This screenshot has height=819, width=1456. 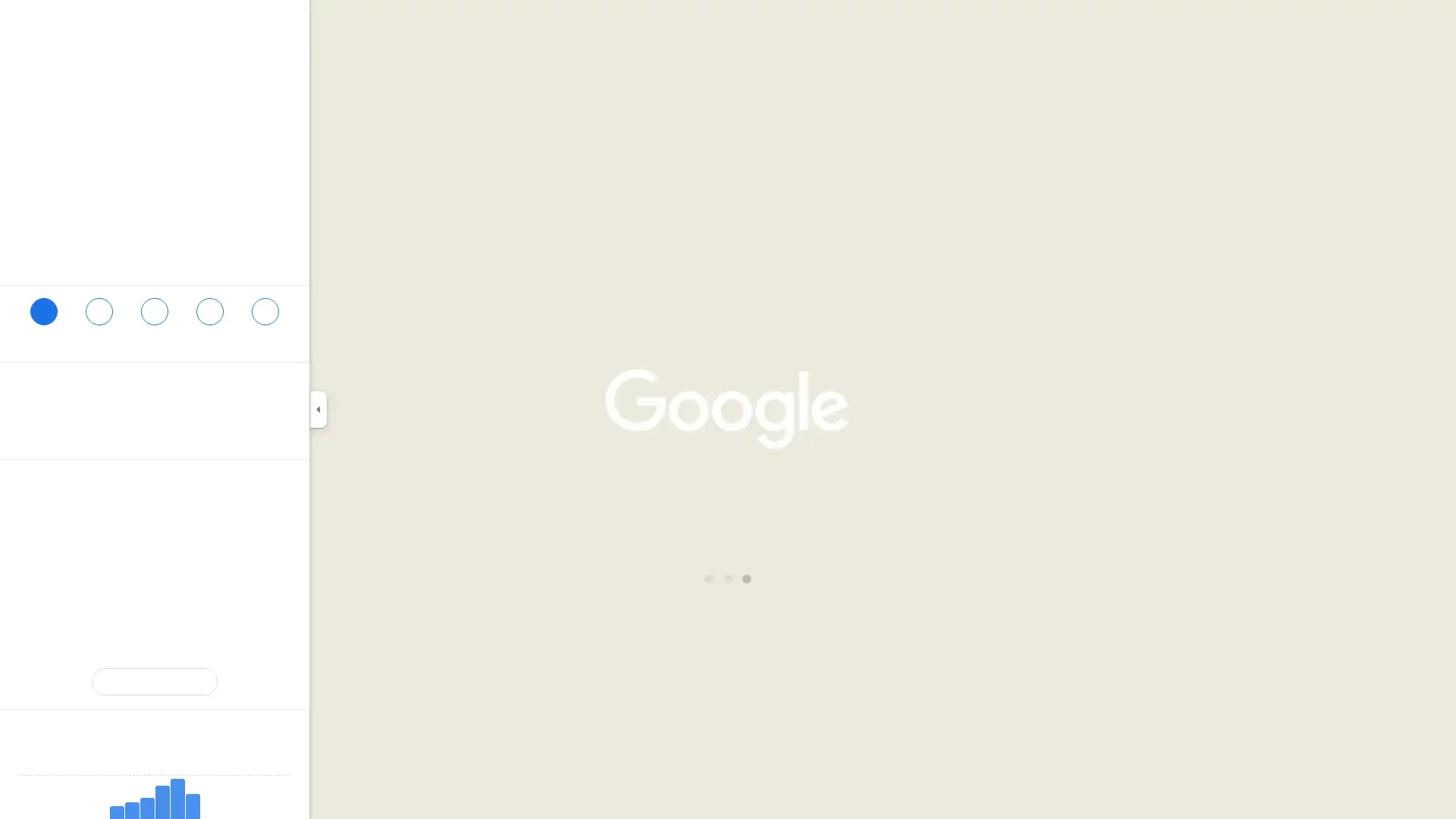 I want to click on Used book store, so click(x=55, y=265).